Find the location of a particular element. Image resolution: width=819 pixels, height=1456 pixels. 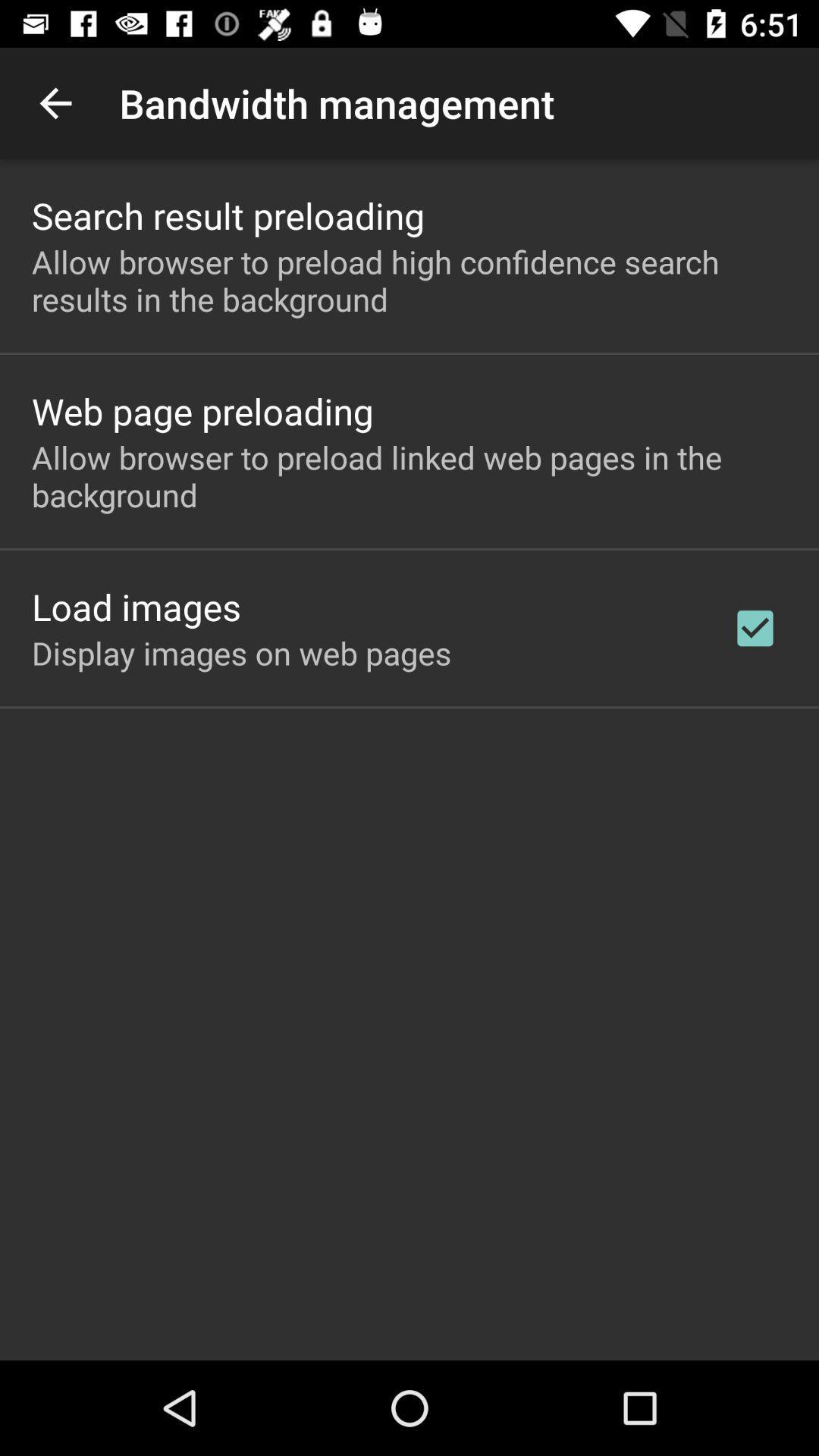

the checkbox on the right is located at coordinates (755, 628).